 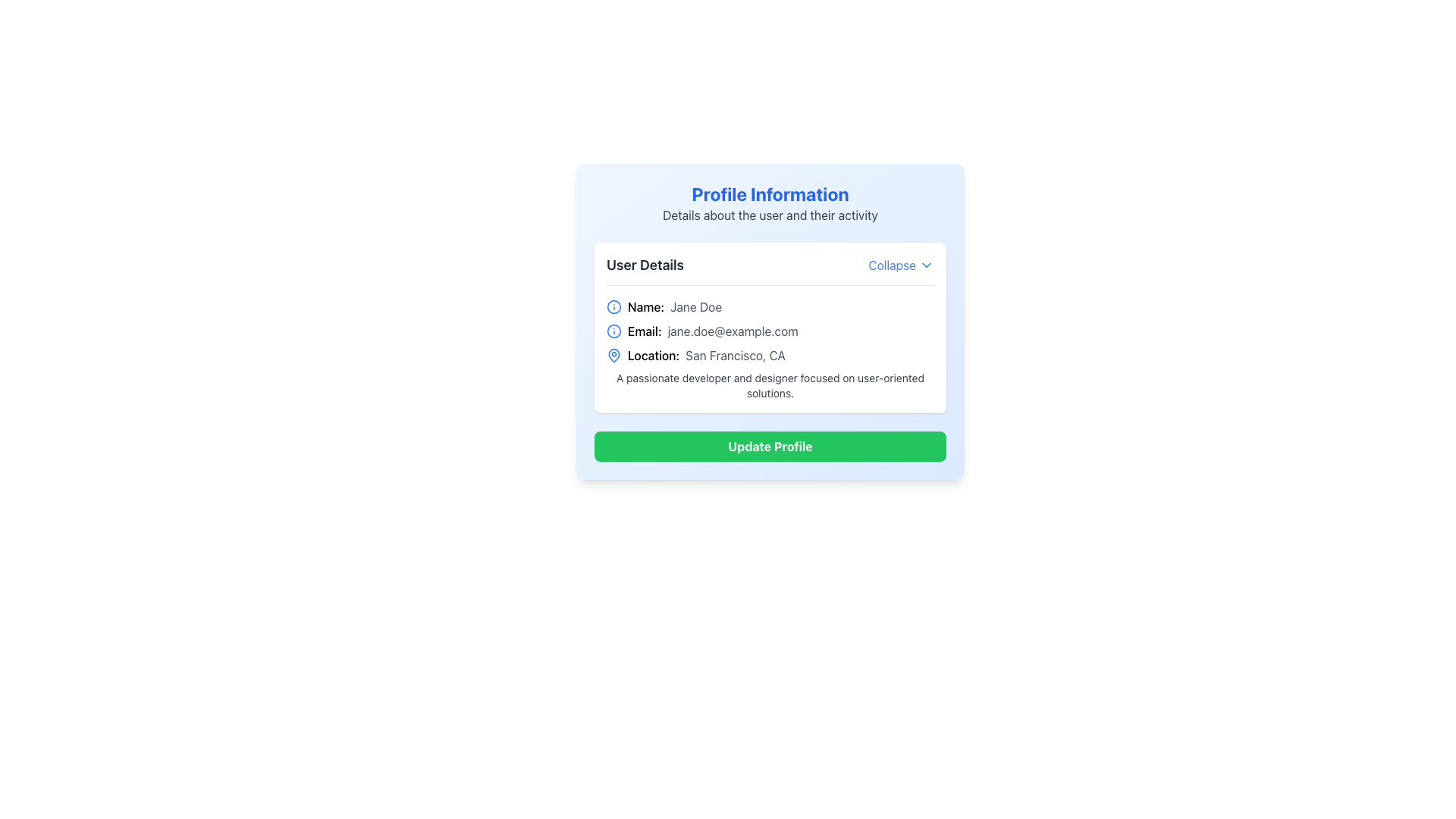 I want to click on the chevron-down icon located at the right edge of the 'Collapse' section header in the 'User Details' section card, so click(x=926, y=265).